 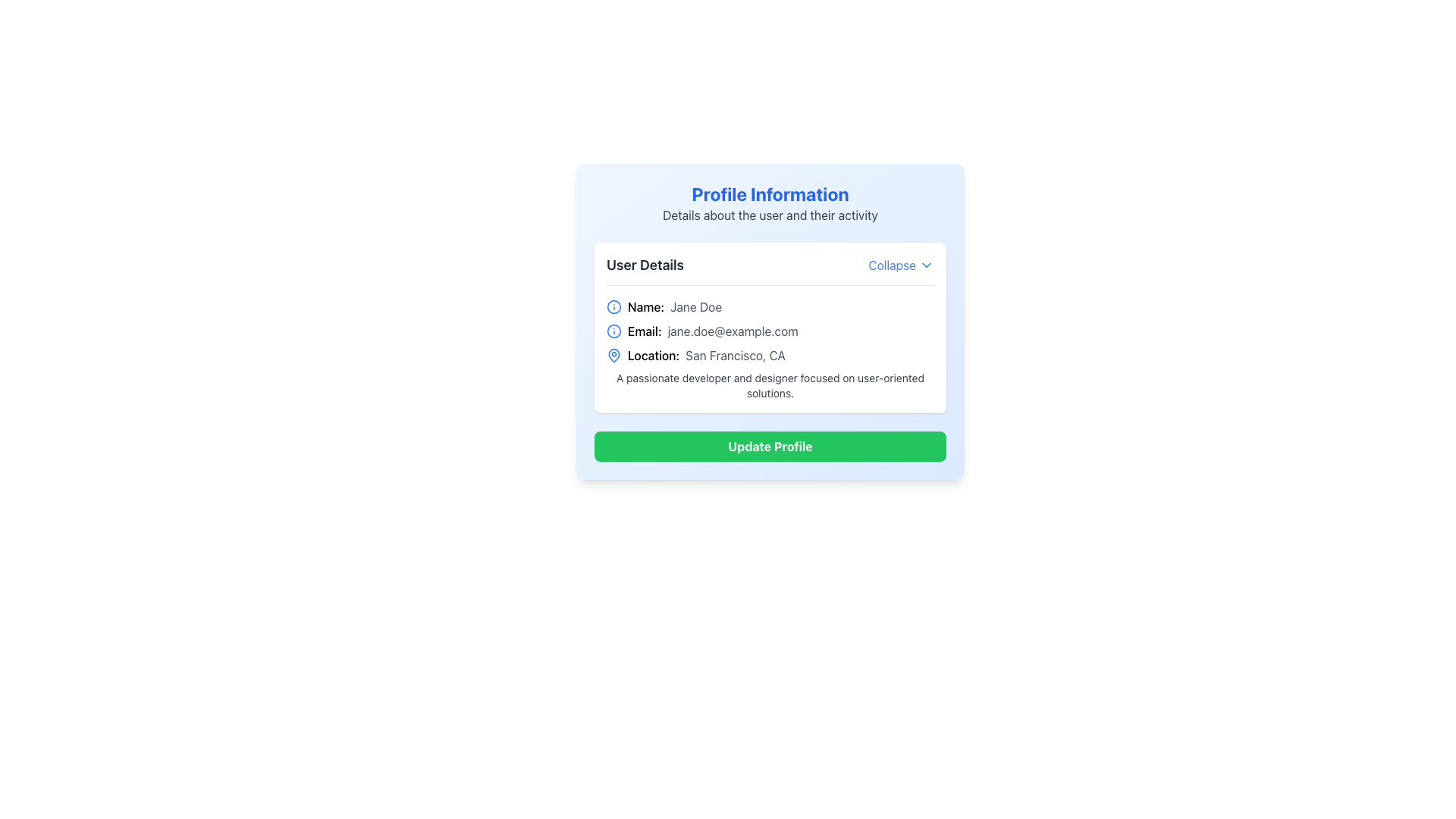 I want to click on the chevron-down icon located at the right edge of the 'Collapse' section header in the 'User Details' section card, so click(x=926, y=265).